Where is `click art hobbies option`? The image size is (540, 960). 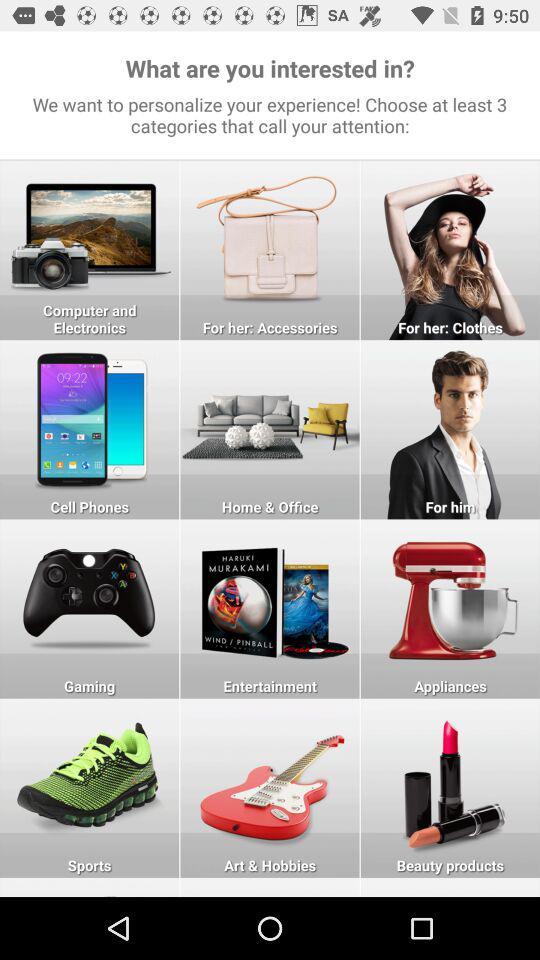
click art hobbies option is located at coordinates (270, 788).